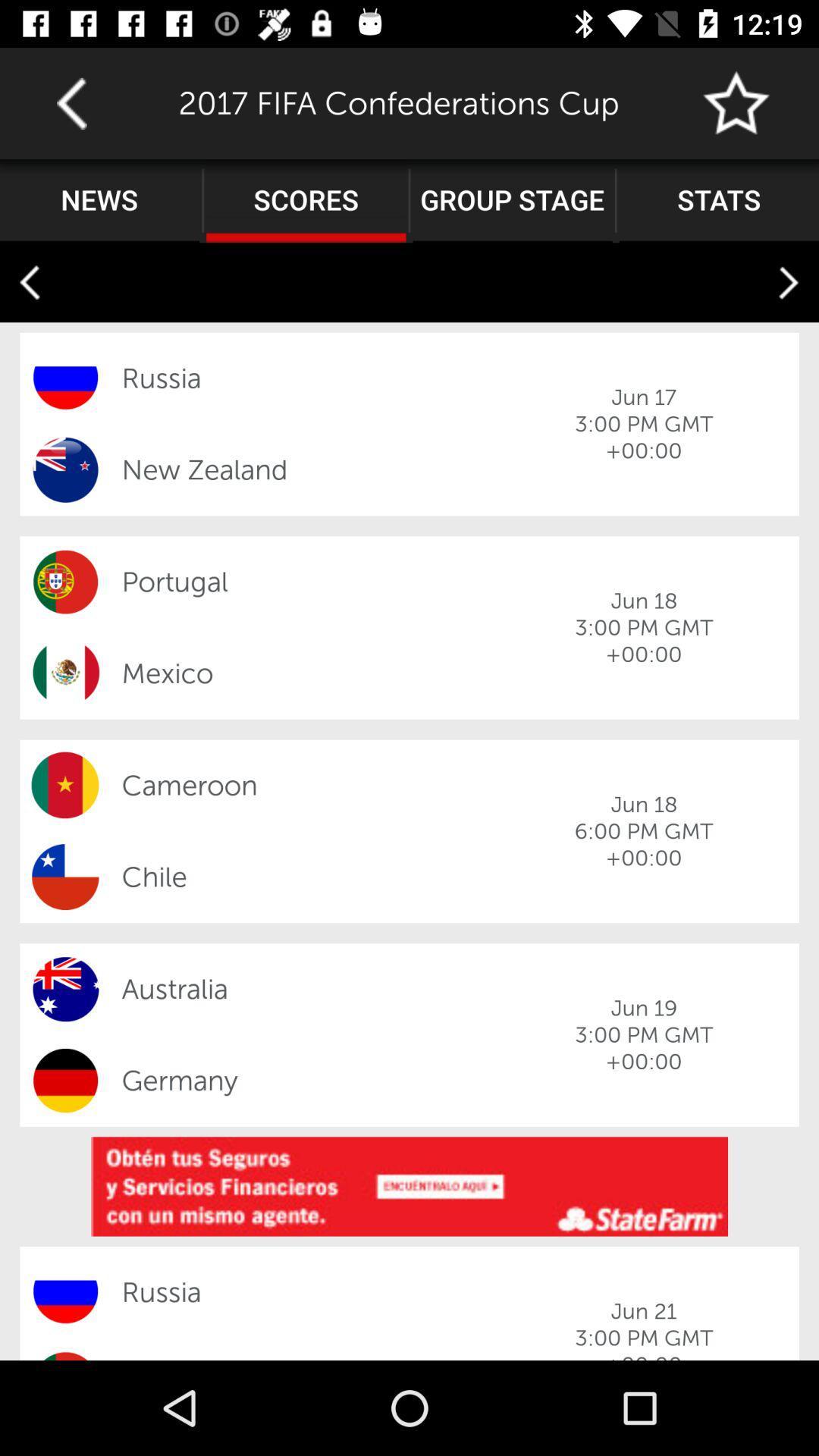 This screenshot has height=1456, width=819. Describe the element at coordinates (788, 282) in the screenshot. I see `symbol below stats` at that location.